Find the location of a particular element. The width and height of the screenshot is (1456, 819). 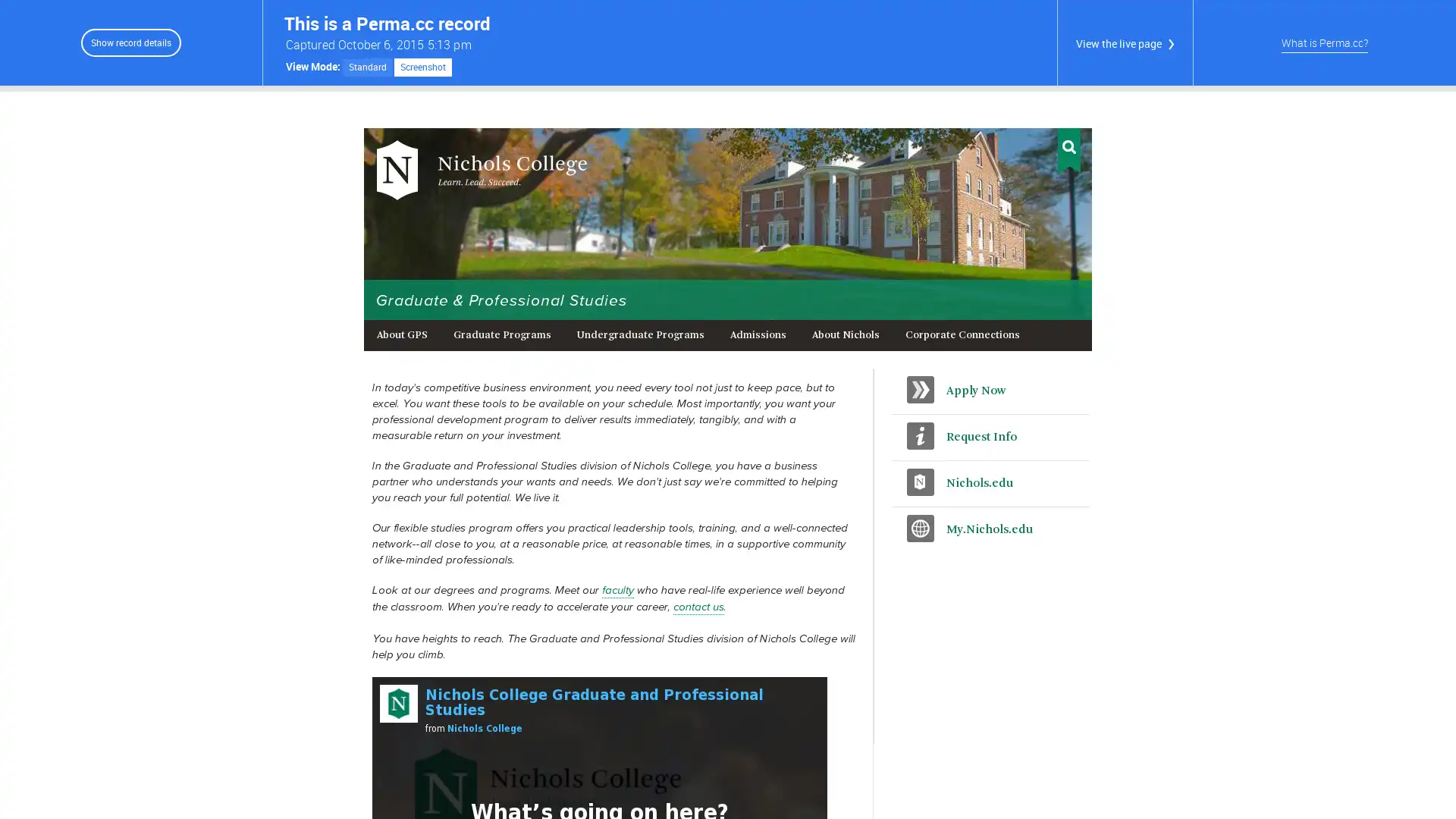

Show record details is located at coordinates (130, 42).